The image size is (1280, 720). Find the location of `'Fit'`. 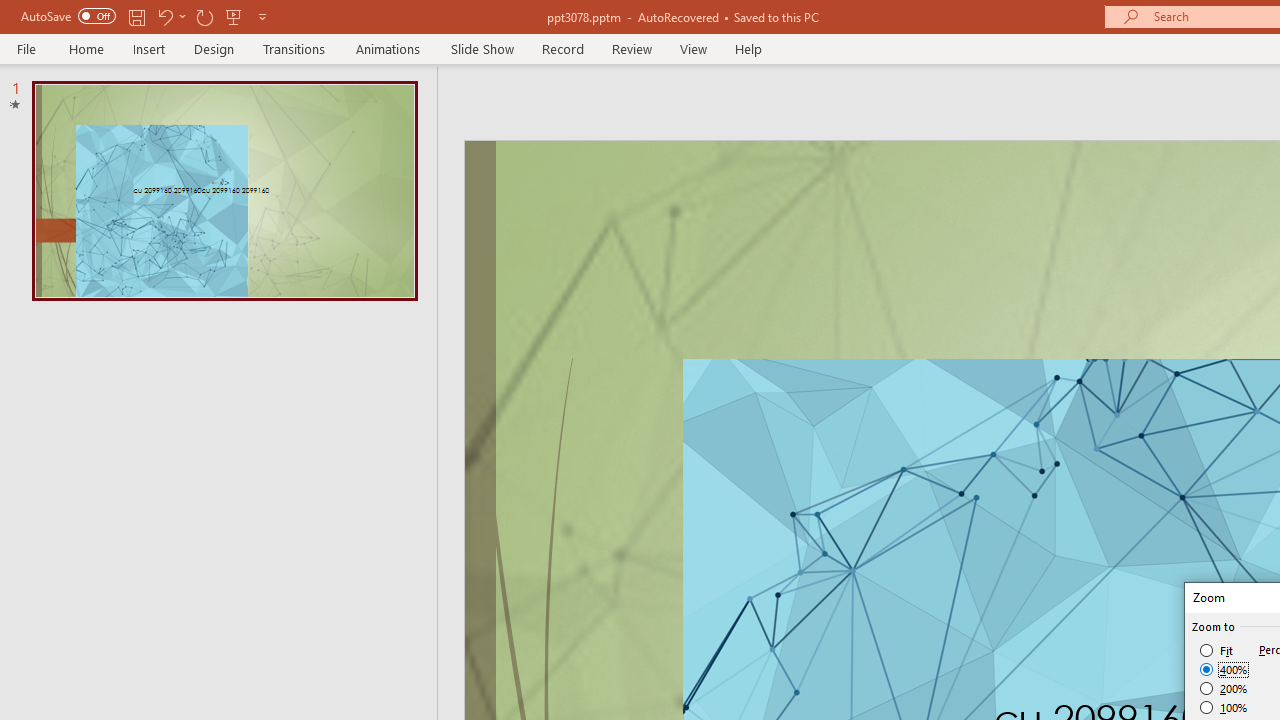

'Fit' is located at coordinates (1216, 650).